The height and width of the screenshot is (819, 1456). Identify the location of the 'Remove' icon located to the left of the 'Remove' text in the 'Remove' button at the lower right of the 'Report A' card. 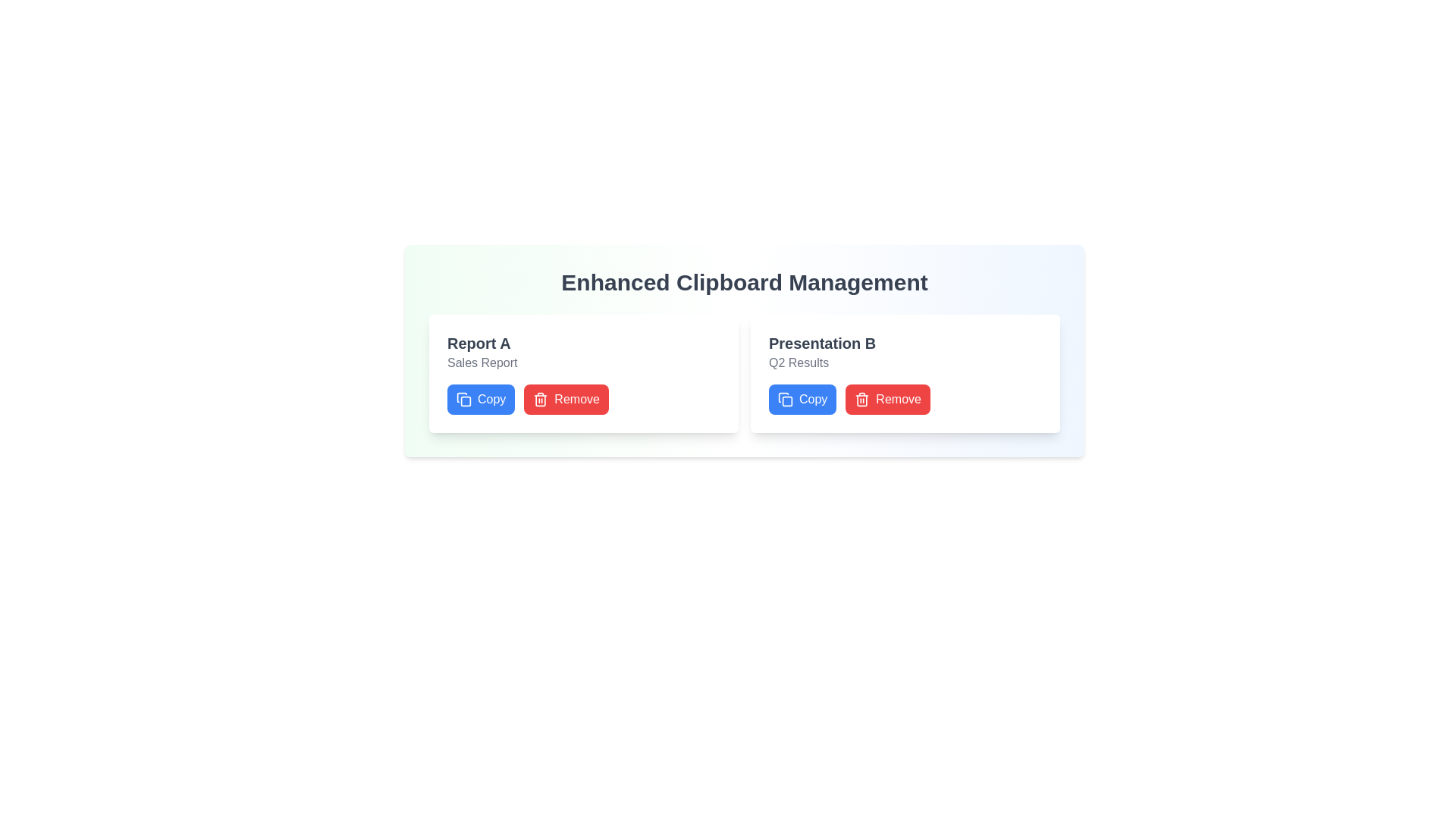
(541, 399).